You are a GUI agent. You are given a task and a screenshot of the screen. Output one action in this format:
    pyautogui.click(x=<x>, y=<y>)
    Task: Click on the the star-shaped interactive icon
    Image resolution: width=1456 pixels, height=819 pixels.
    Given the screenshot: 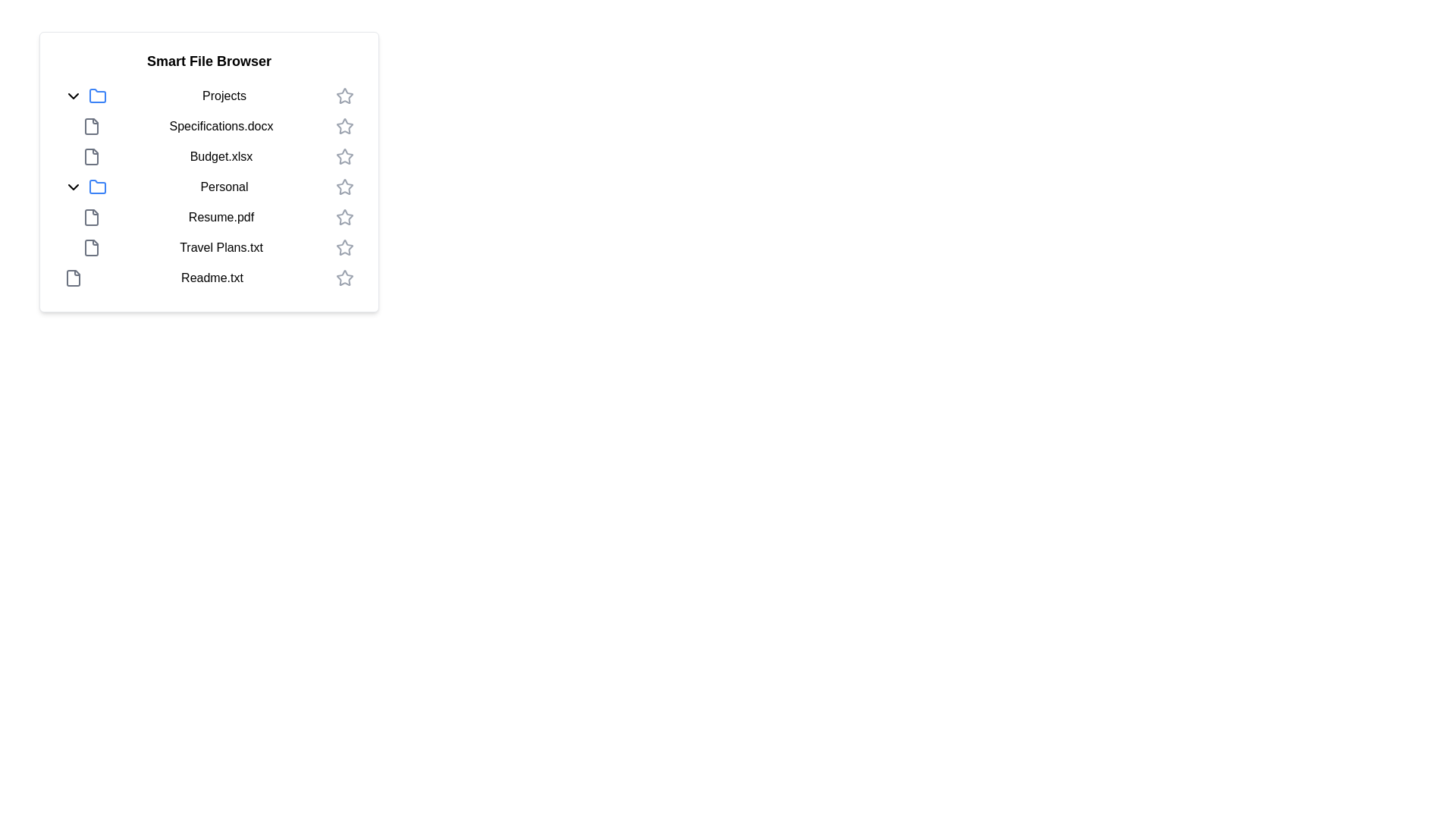 What is the action you would take?
    pyautogui.click(x=344, y=96)
    